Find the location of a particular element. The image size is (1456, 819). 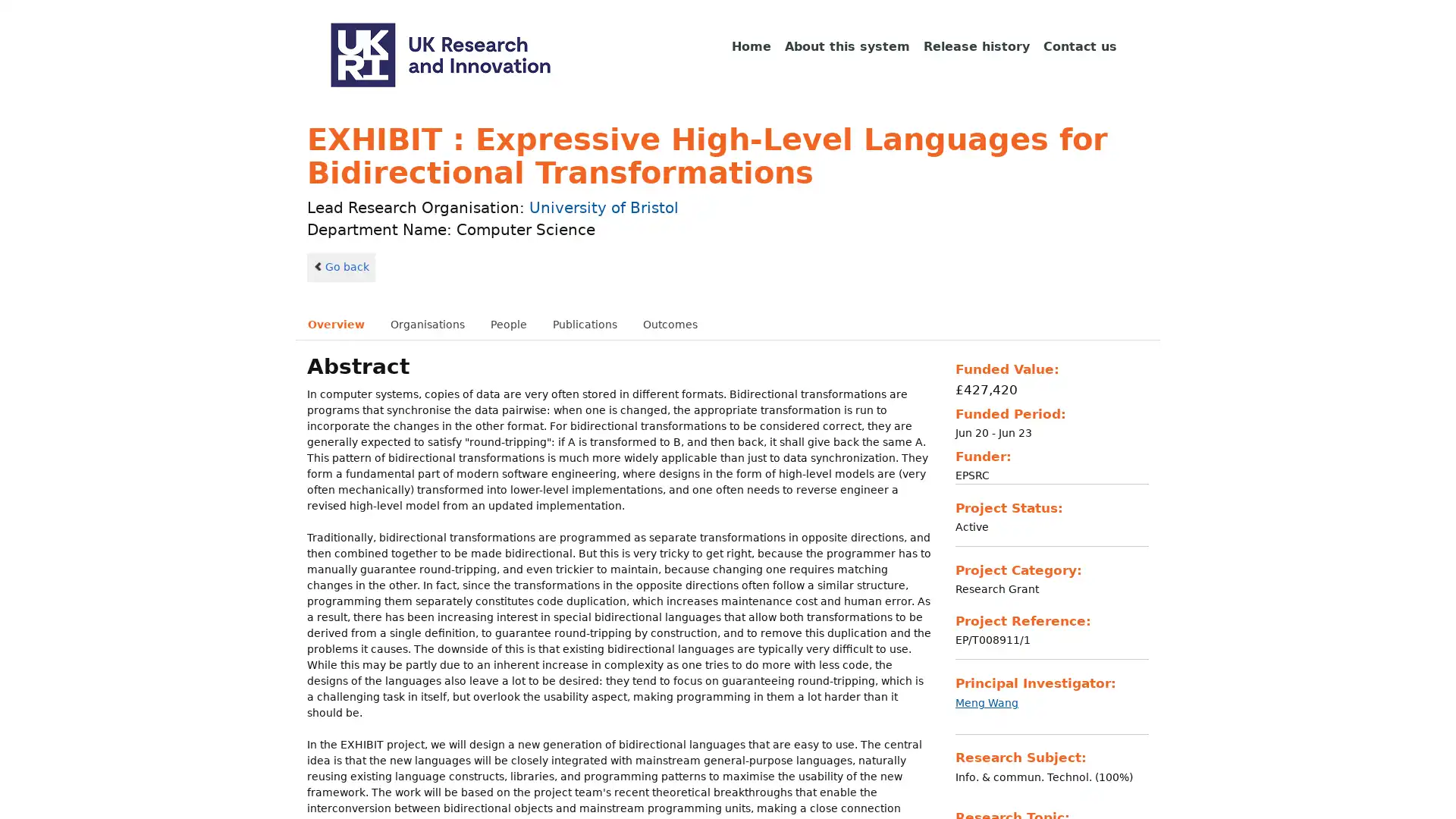

Go back is located at coordinates (340, 265).